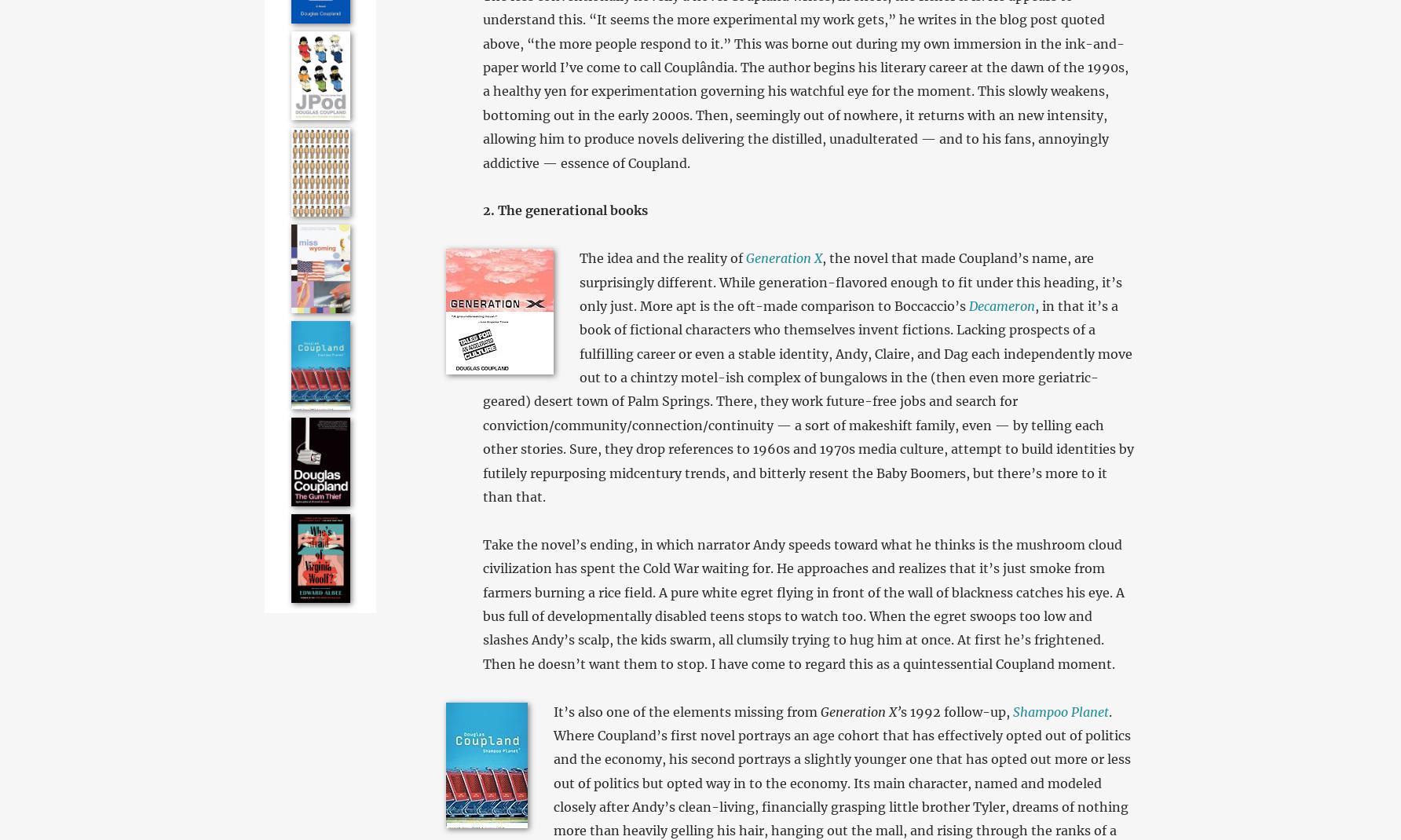  Describe the element at coordinates (564, 210) in the screenshot. I see `'2. The generational books'` at that location.